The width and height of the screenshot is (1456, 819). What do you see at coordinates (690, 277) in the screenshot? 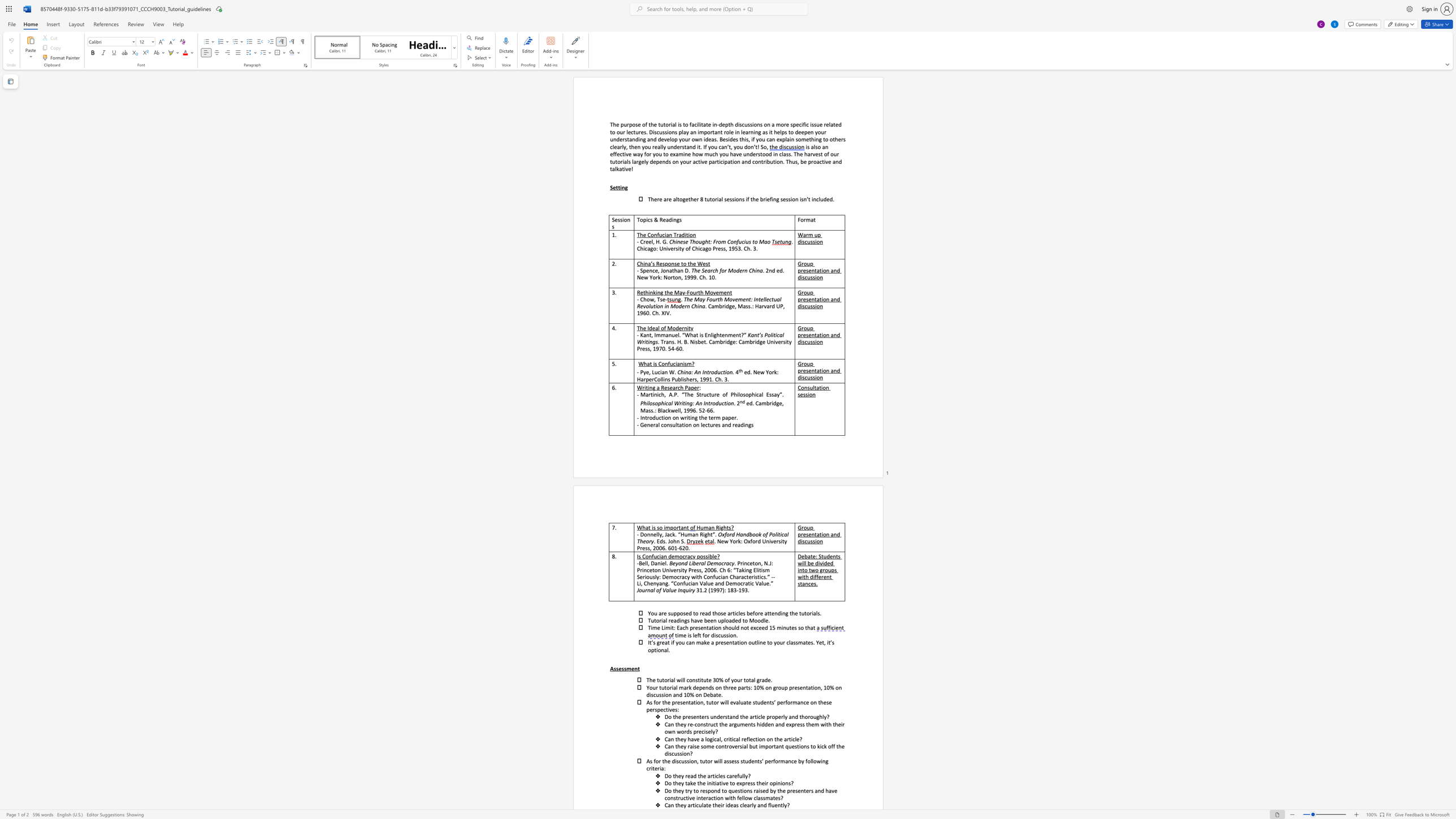
I see `the subset text "99. Ch. 10." within the text ". 2nd ed. New York: Norton, 1999. Ch. 10."` at bounding box center [690, 277].